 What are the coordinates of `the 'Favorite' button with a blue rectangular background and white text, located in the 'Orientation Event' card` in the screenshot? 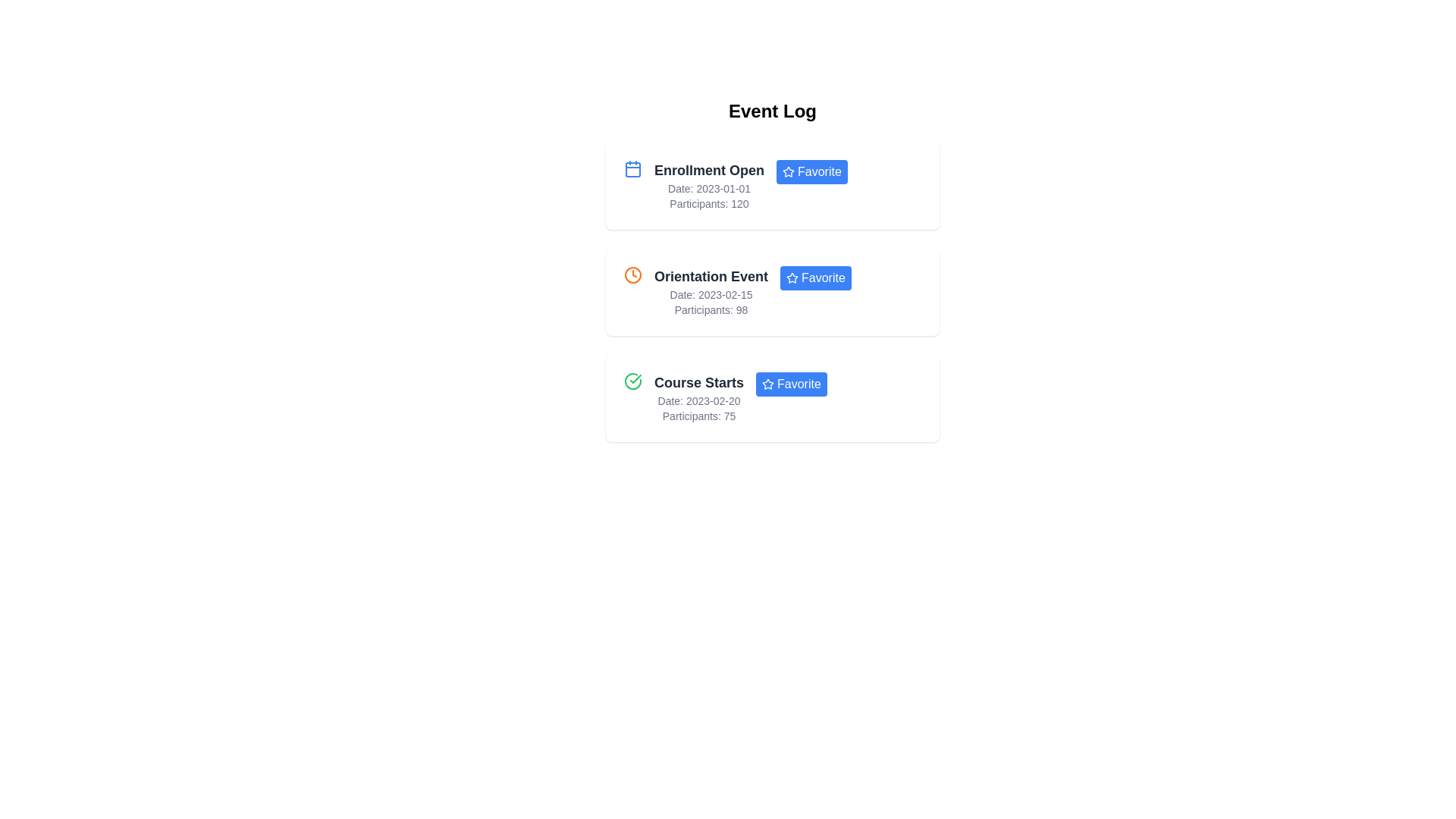 It's located at (814, 278).